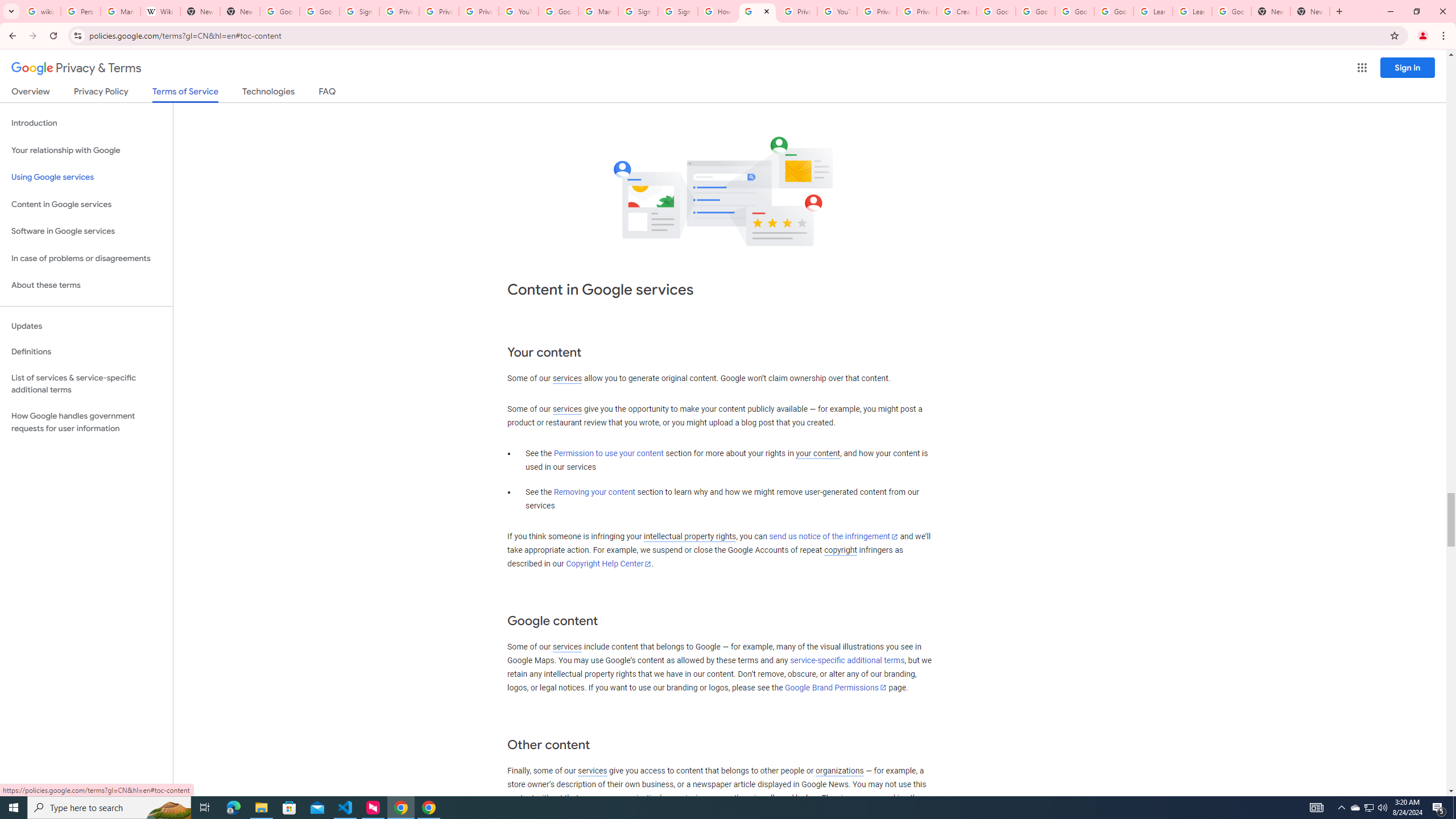 The width and height of the screenshot is (1456, 819). Describe the element at coordinates (1231, 11) in the screenshot. I see `'Google Account'` at that location.